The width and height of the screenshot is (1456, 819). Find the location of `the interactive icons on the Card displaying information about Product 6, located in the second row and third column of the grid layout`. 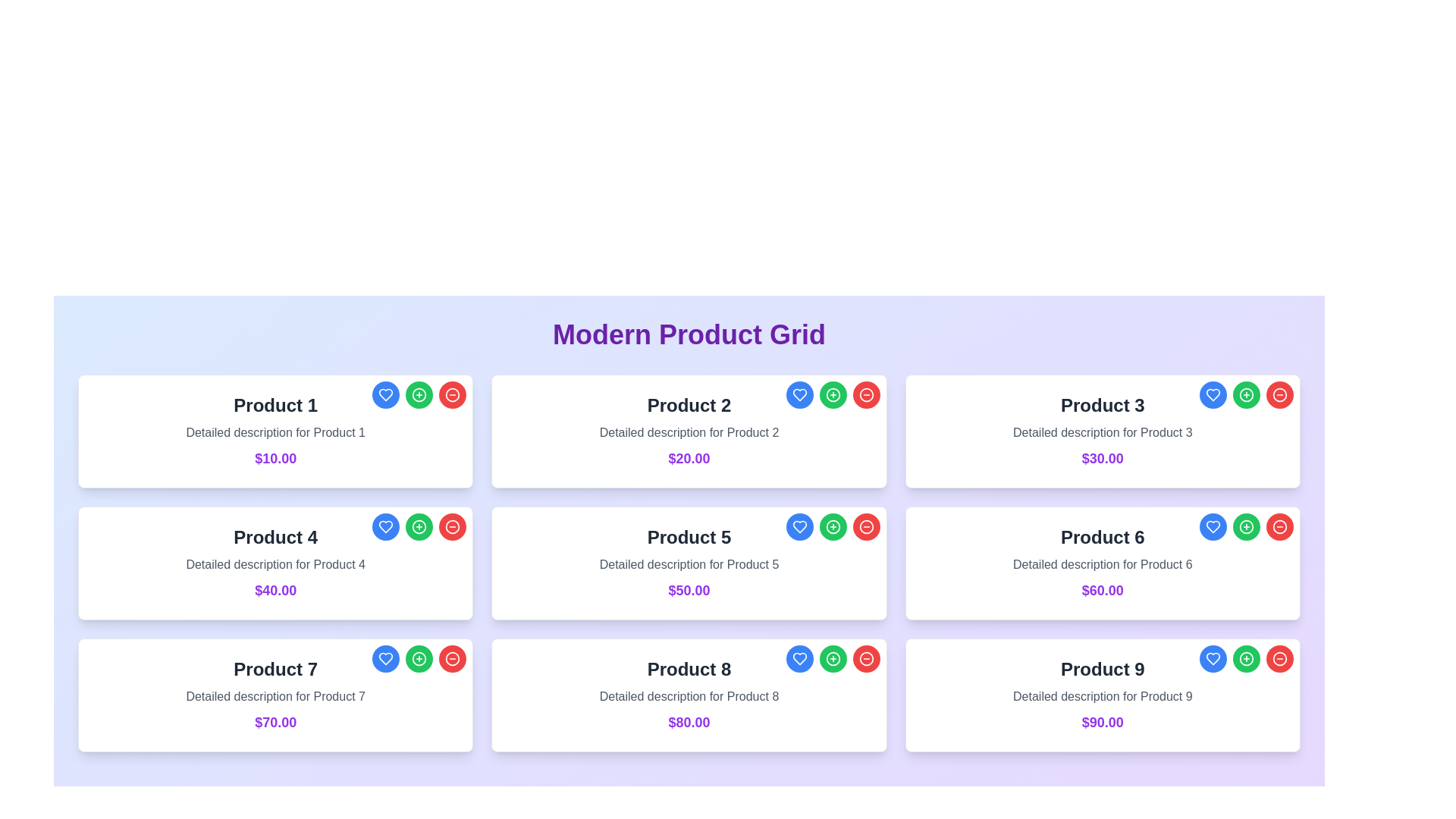

the interactive icons on the Card displaying information about Product 6, located in the second row and third column of the grid layout is located at coordinates (1103, 563).